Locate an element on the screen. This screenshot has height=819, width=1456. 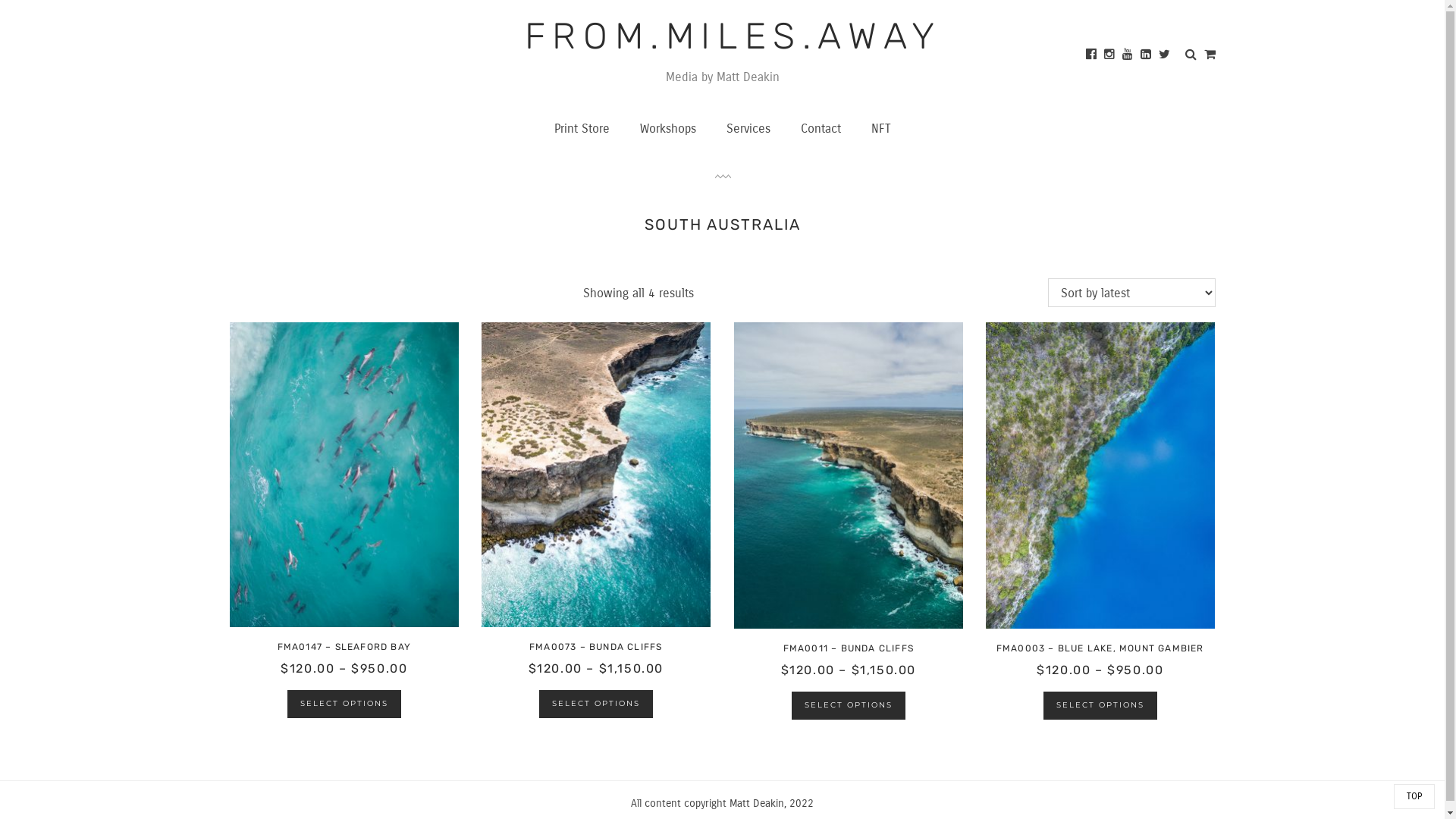
'Workshops' is located at coordinates (667, 127).